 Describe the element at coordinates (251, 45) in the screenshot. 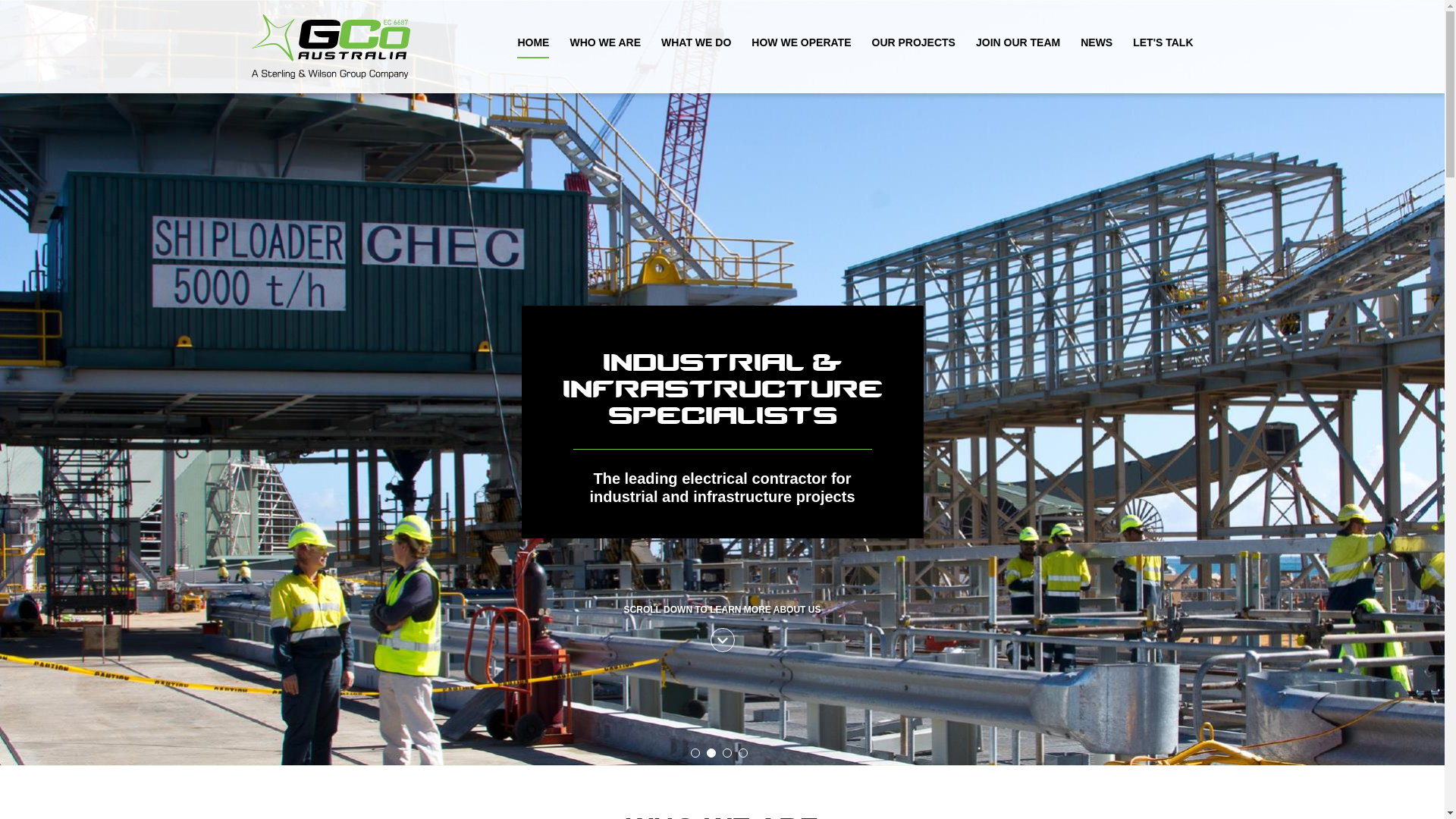

I see `'GCo Electrical Home Page'` at that location.